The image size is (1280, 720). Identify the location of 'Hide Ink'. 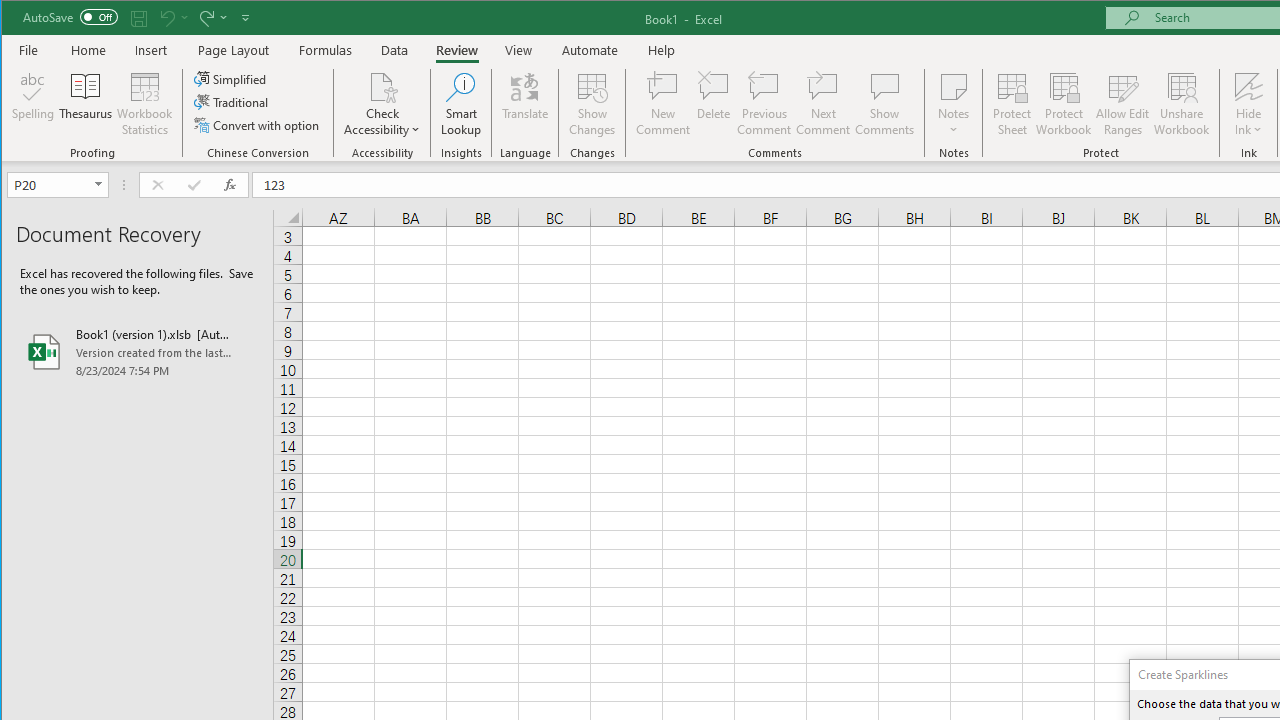
(1247, 104).